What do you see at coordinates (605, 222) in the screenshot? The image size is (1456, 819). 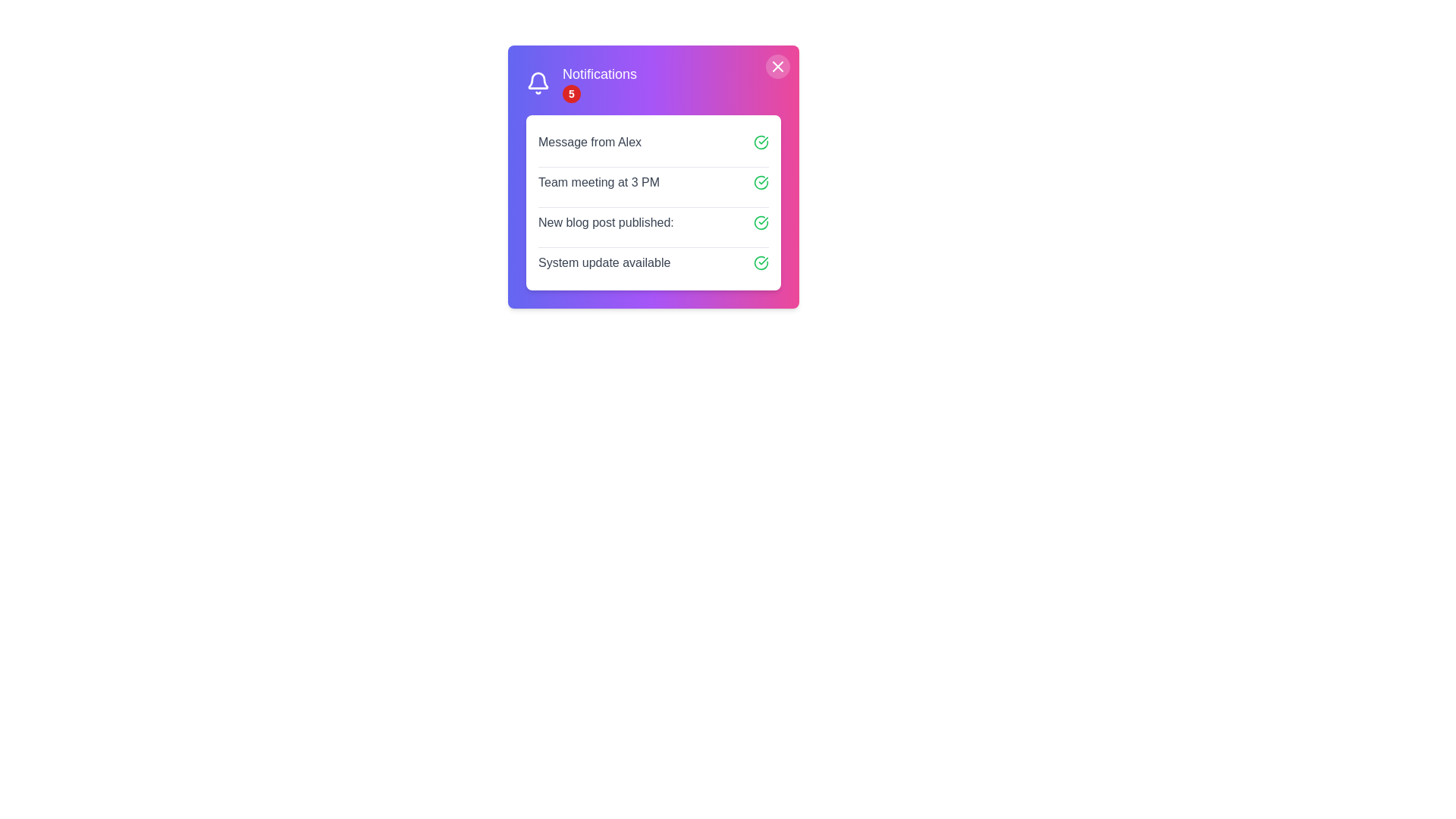 I see `the text label that reads 'New blog post published:' located in the middle of the notification list within a notification card` at bounding box center [605, 222].